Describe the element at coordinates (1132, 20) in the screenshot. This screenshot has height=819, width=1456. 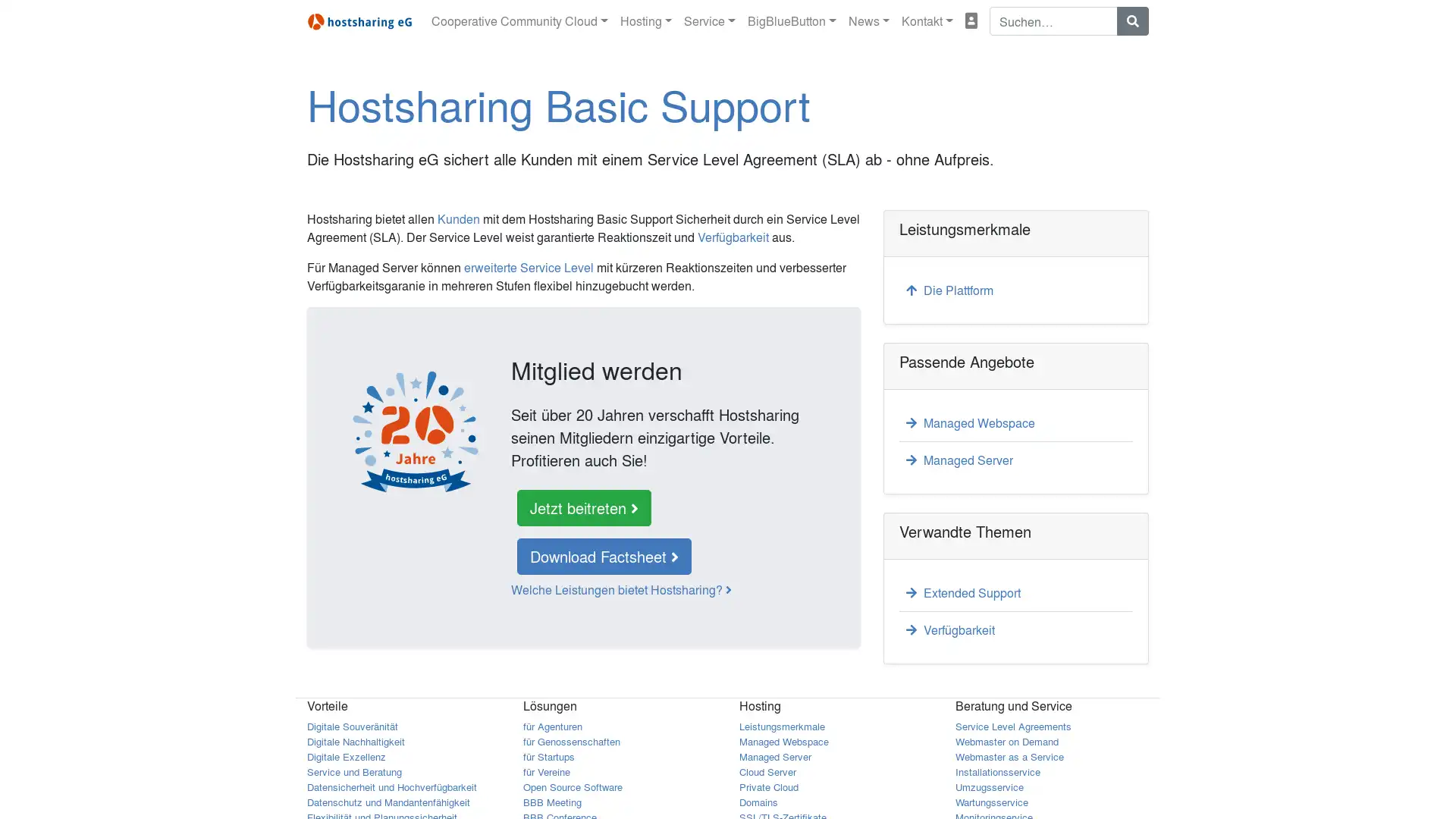
I see `Suchen` at that location.